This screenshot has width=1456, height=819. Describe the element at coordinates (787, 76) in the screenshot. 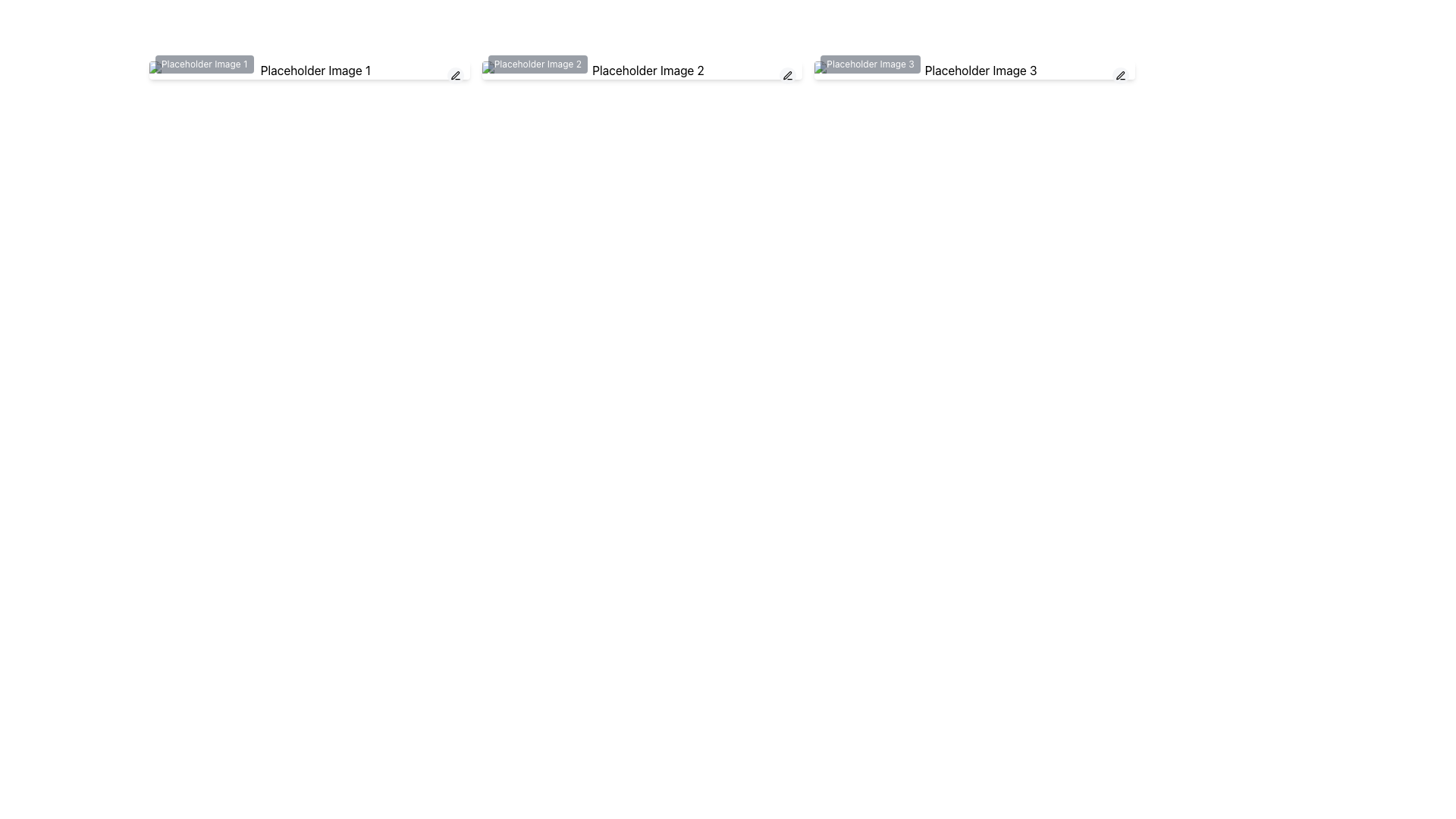

I see `the small circular button with a pen icon located at the top-right corner of the content tile labeled 'Placeholder Image 2' to initiate editing` at that location.